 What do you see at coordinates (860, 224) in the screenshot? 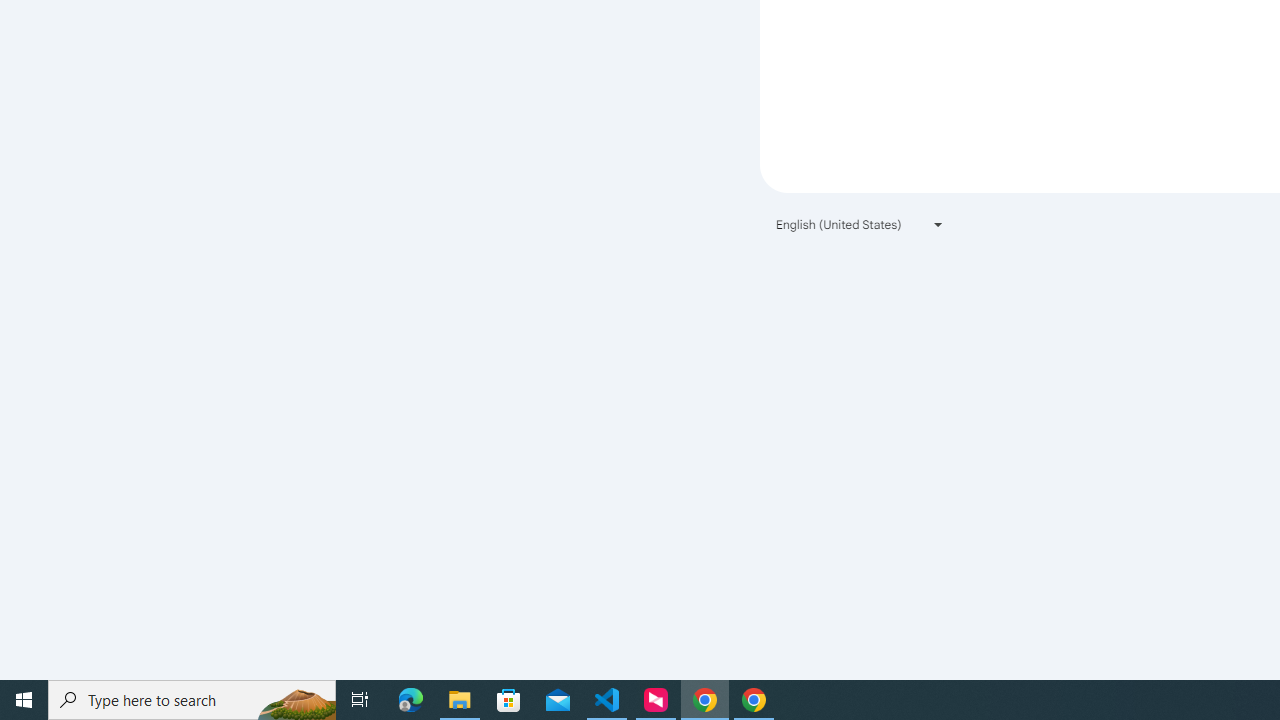
I see `'English (United States)'` at bounding box center [860, 224].